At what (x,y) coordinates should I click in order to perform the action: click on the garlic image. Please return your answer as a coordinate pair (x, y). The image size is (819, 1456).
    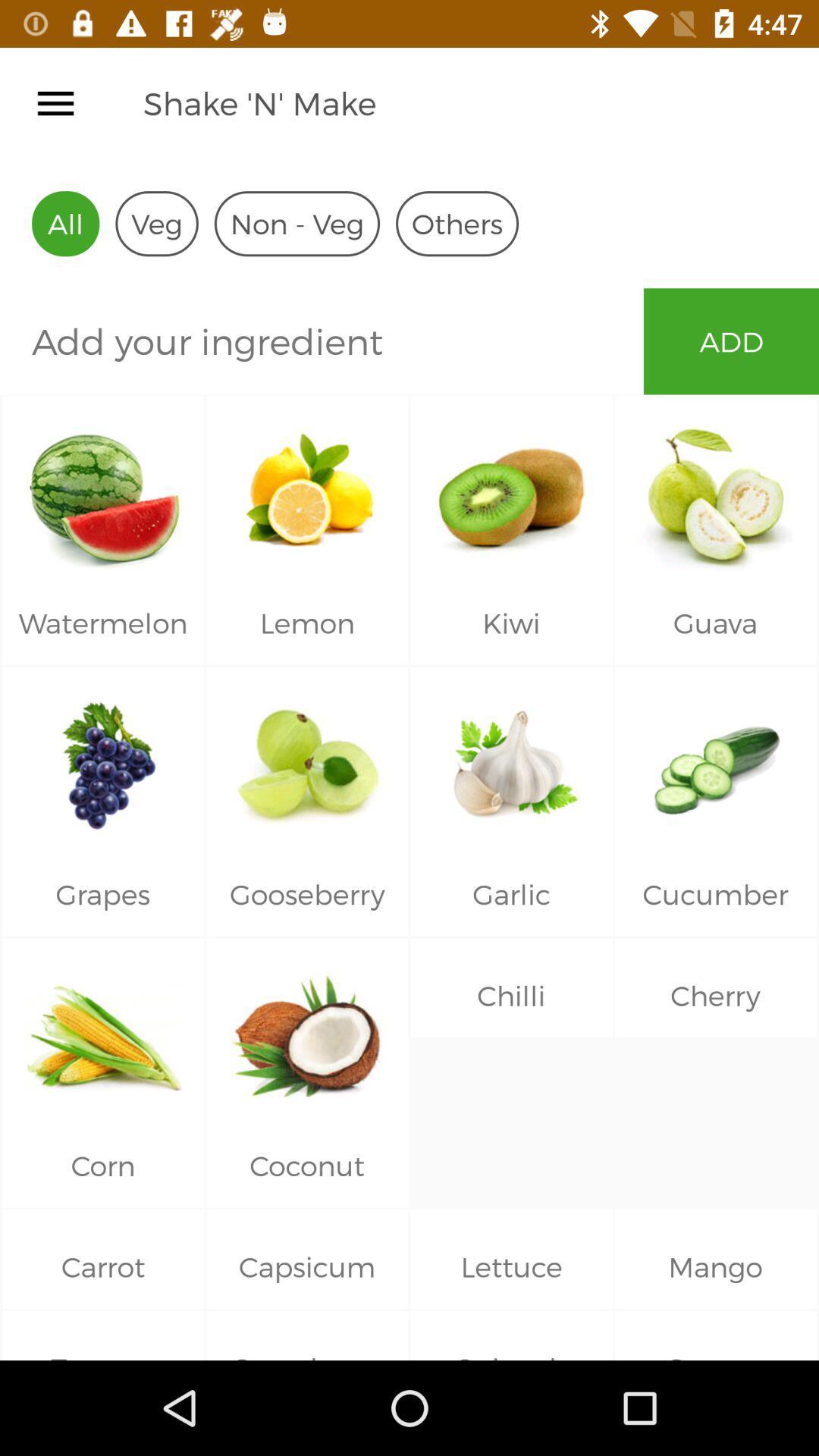
    Looking at the image, I should click on (512, 760).